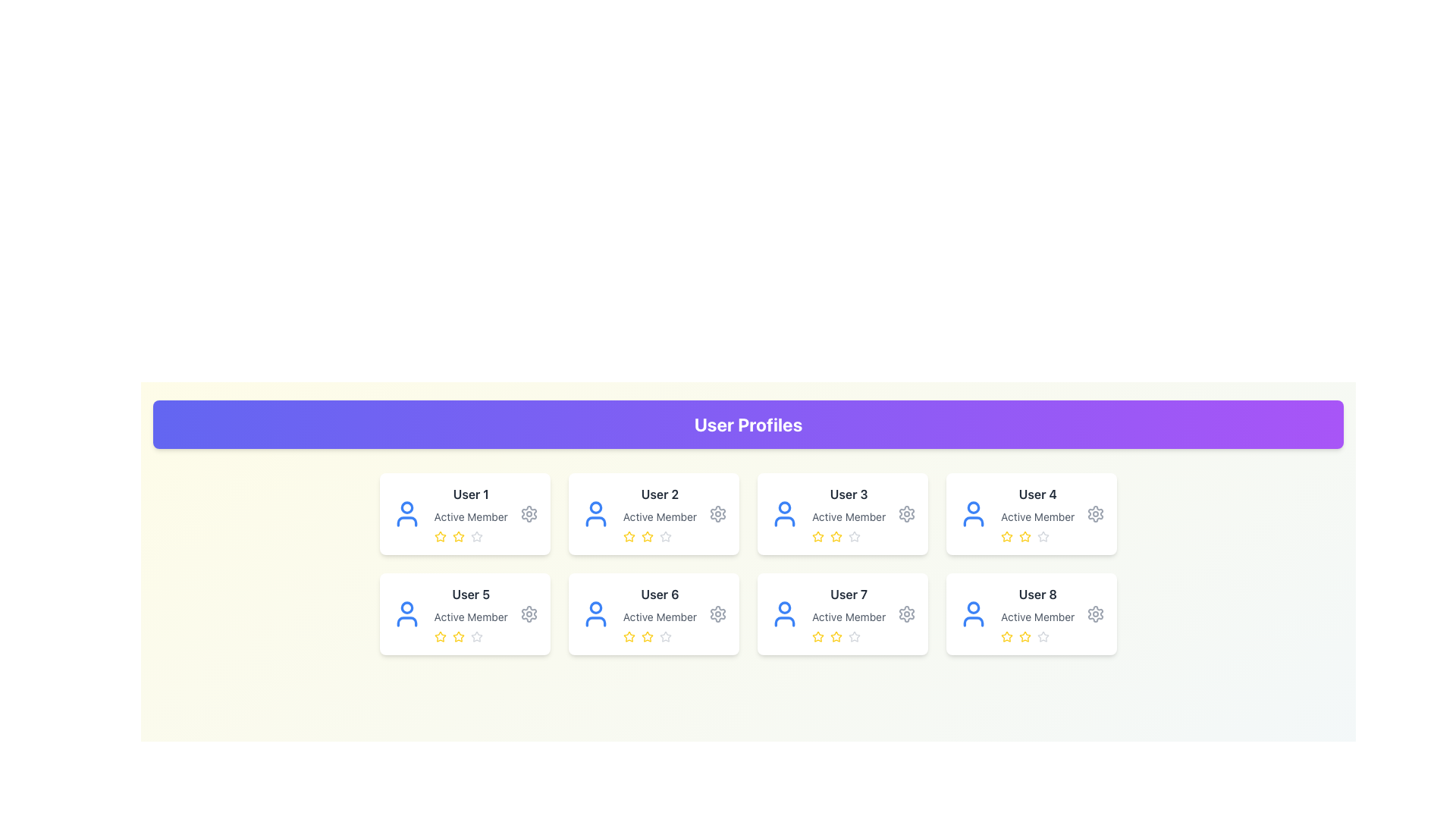 This screenshot has height=819, width=1456. What do you see at coordinates (785, 513) in the screenshot?
I see `the user icon representing 'User 3 Active Member', which is a blue person symbol located in the user grid layout` at bounding box center [785, 513].